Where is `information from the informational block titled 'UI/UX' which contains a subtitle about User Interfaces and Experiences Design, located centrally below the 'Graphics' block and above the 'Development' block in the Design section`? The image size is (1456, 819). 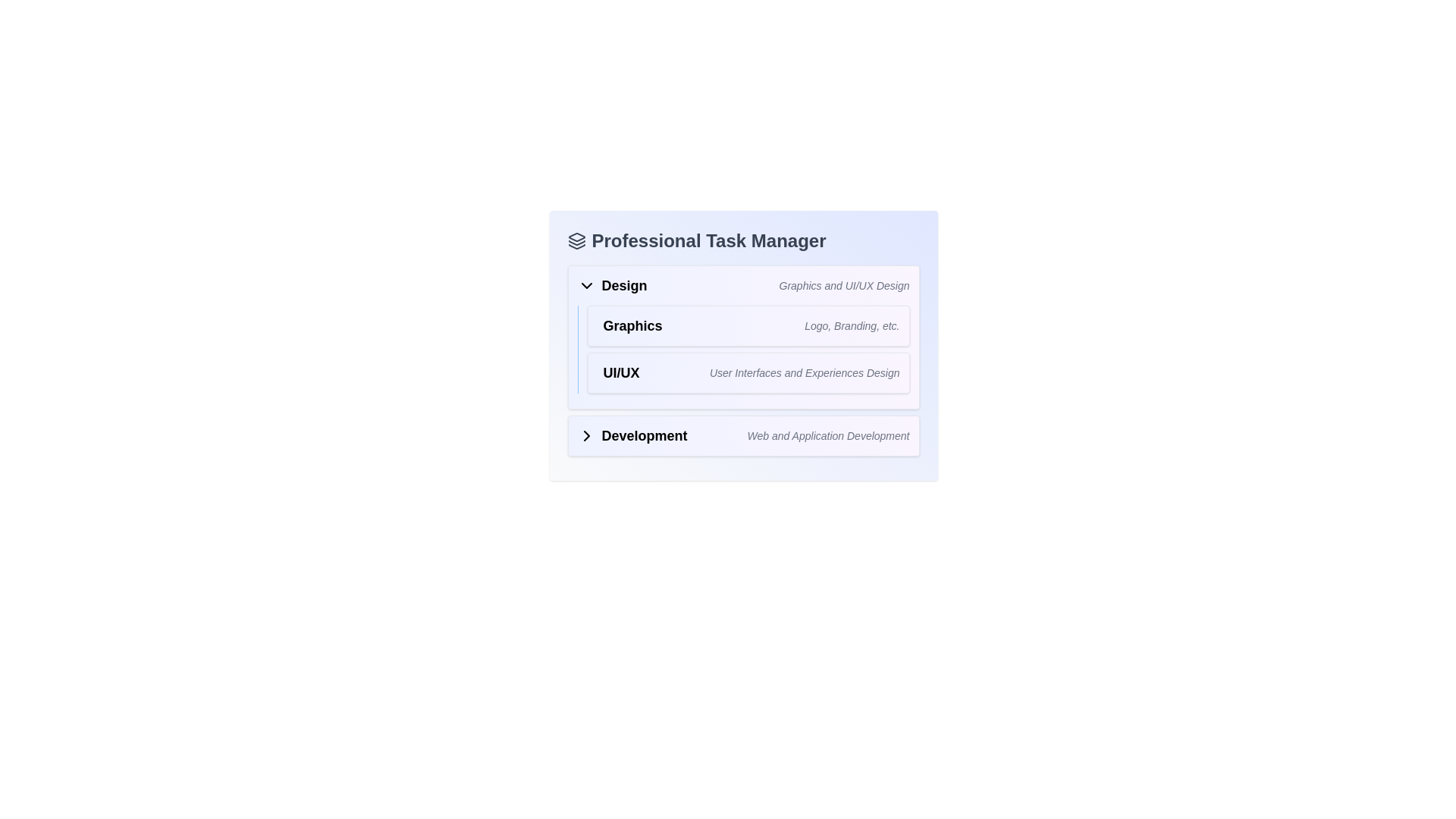 information from the informational block titled 'UI/UX' which contains a subtitle about User Interfaces and Experiences Design, located centrally below the 'Graphics' block and above the 'Development' block in the Design section is located at coordinates (743, 360).